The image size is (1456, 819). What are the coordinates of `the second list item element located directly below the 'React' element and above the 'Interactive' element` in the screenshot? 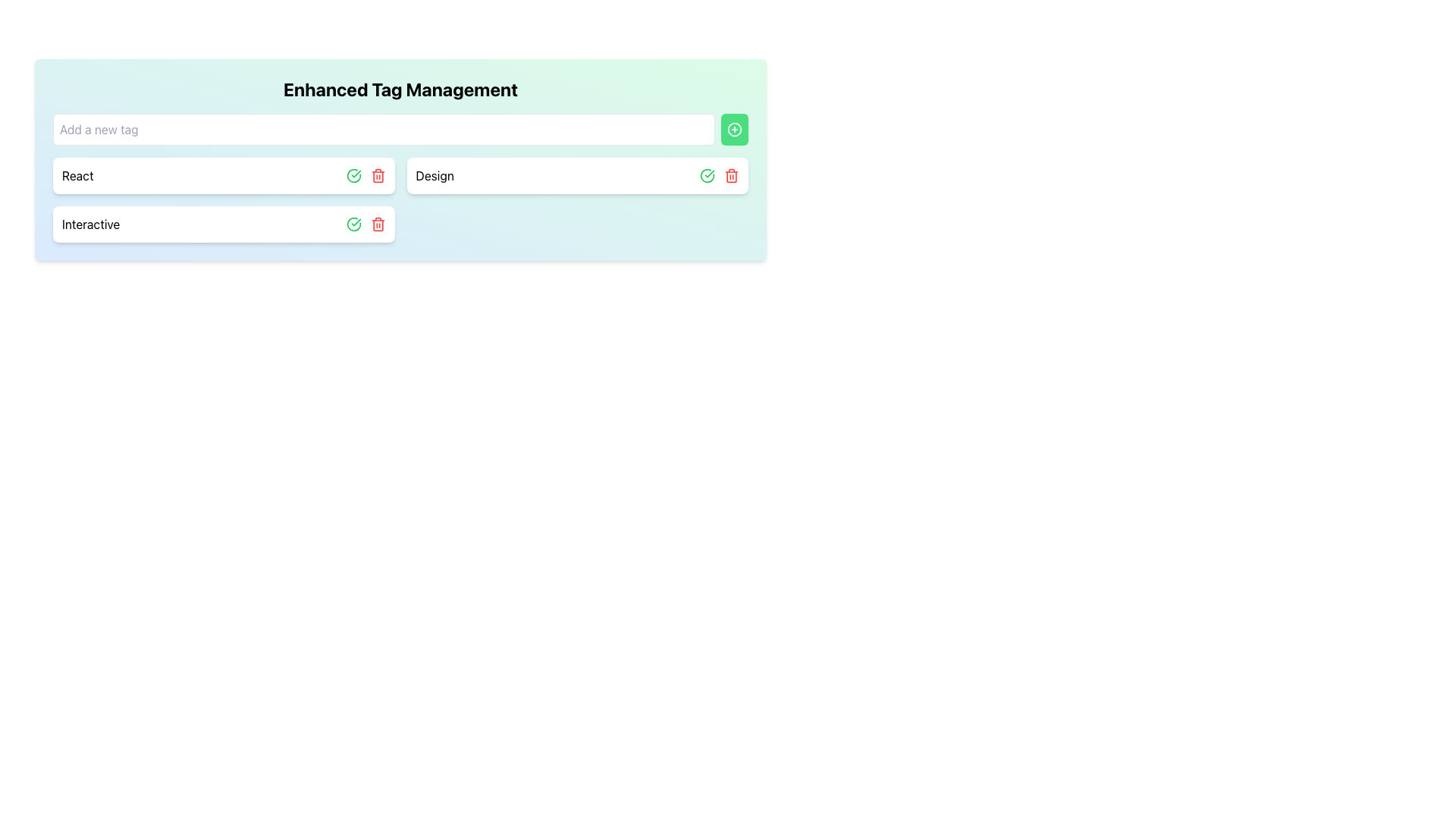 It's located at (576, 174).